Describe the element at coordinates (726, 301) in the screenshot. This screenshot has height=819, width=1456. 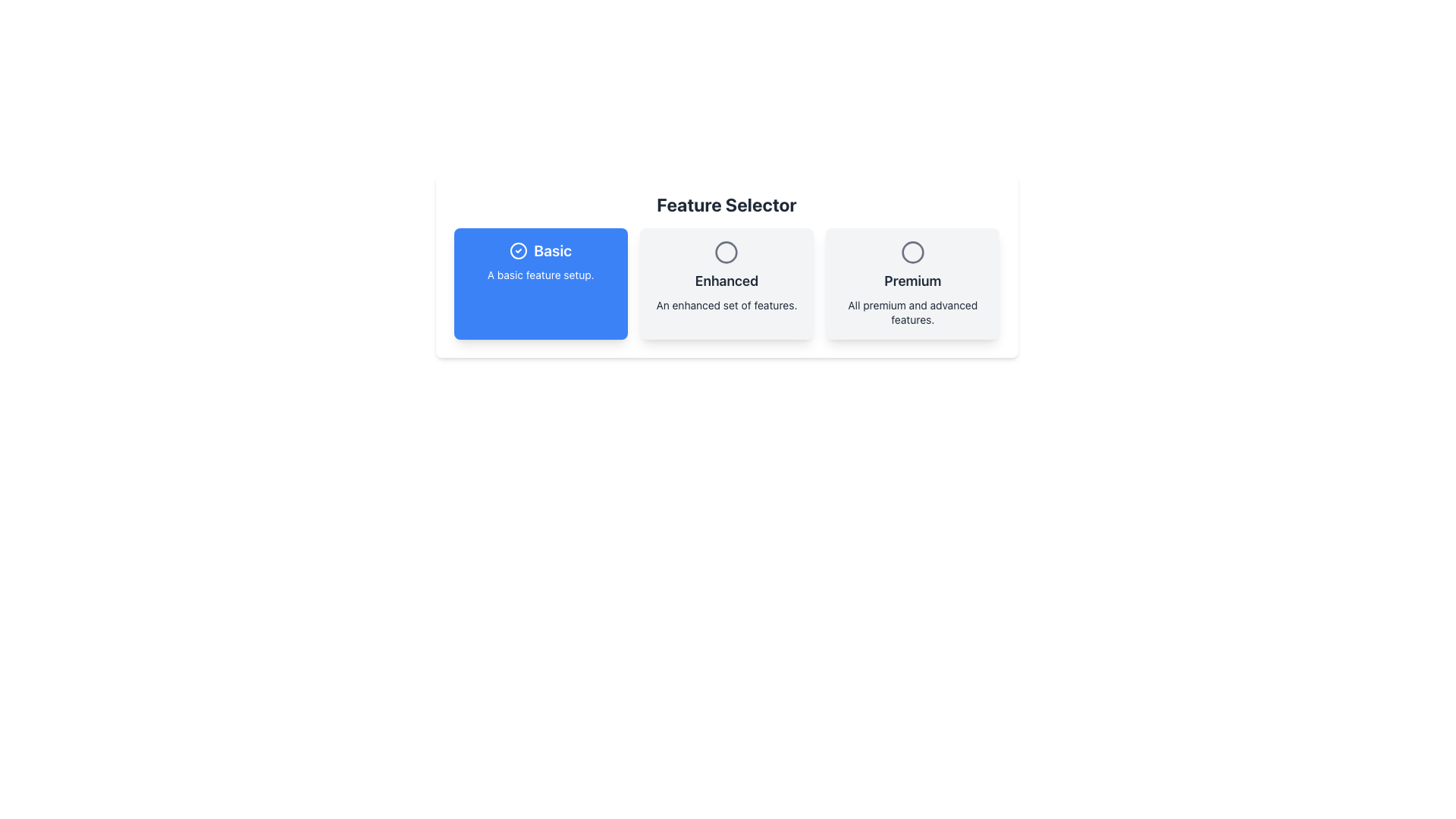
I see `the feature selector modal to choose a feature level among Basic, Enhanced, and Premium options` at that location.